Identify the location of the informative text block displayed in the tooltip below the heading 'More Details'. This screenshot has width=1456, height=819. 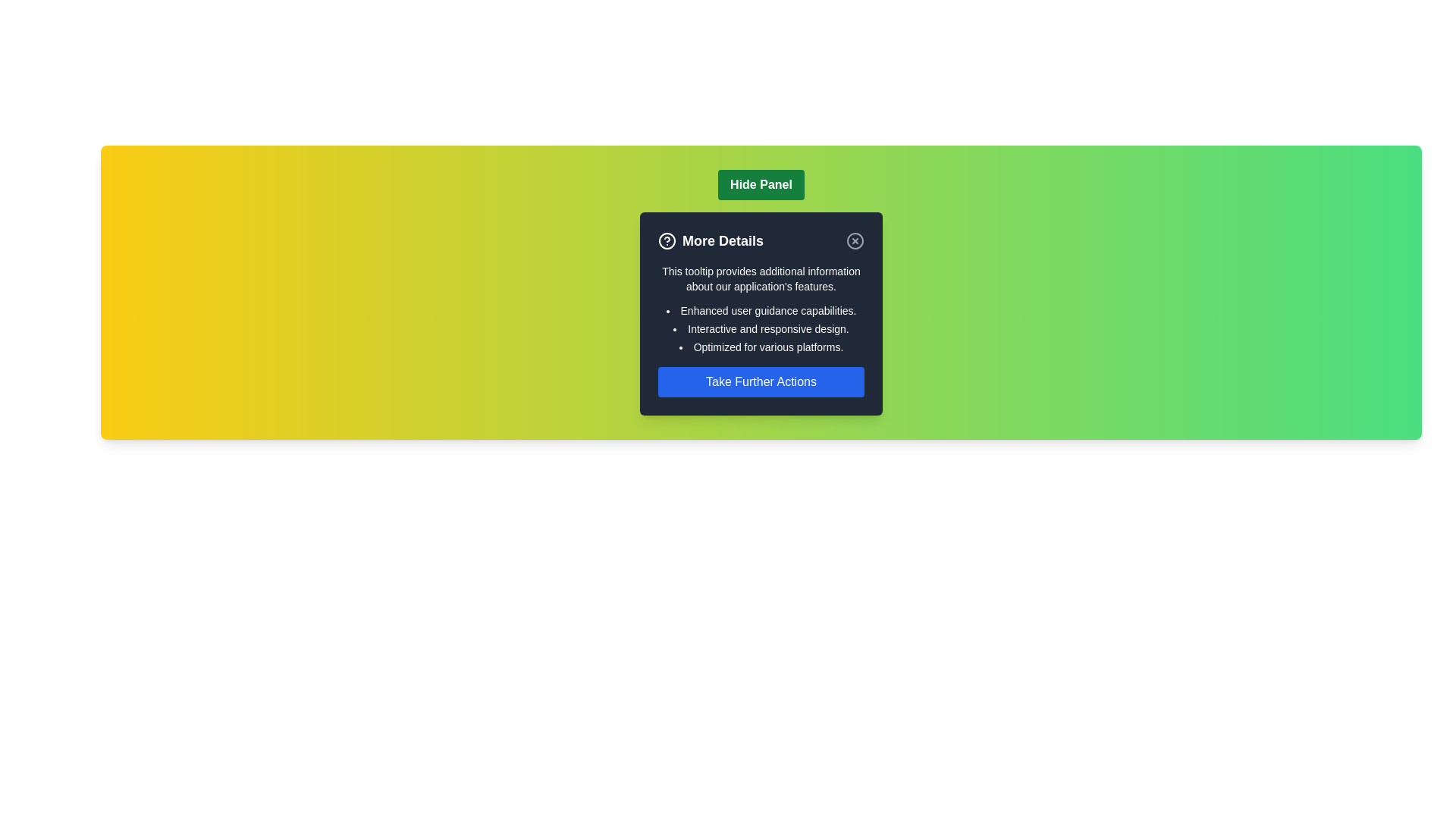
(761, 278).